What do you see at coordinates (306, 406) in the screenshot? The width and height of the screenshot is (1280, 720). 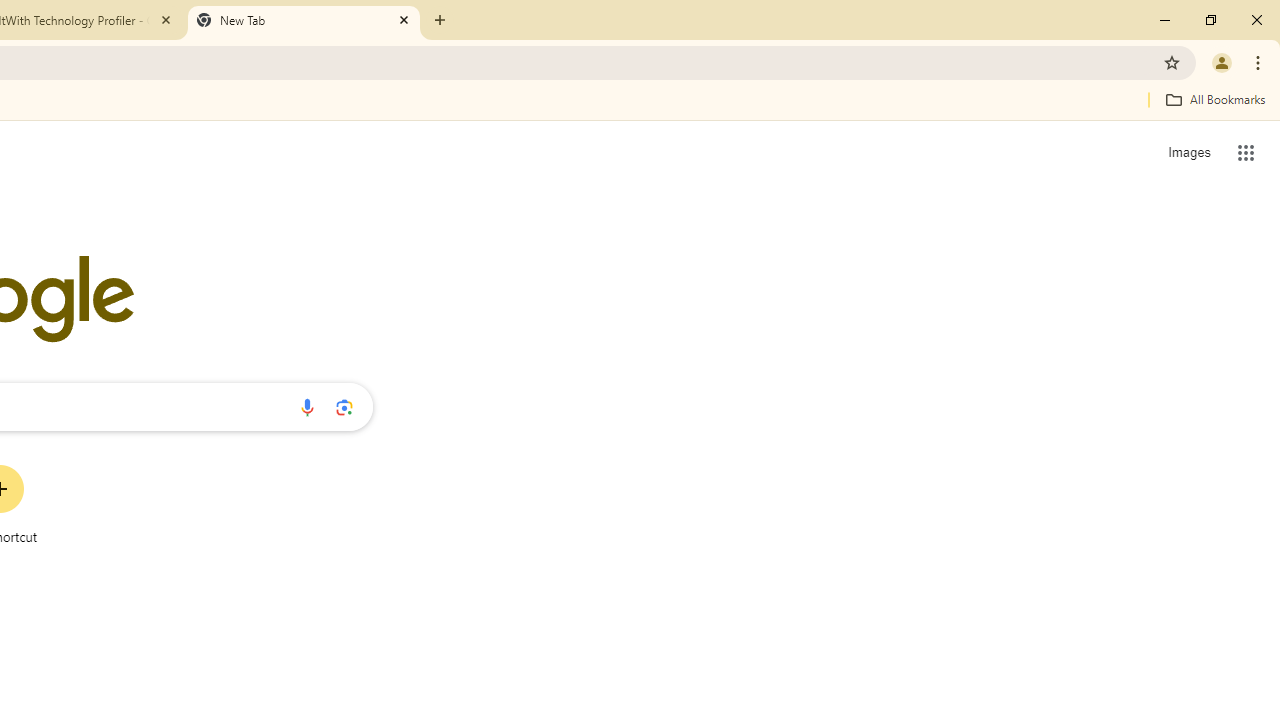 I see `'Search by voice'` at bounding box center [306, 406].